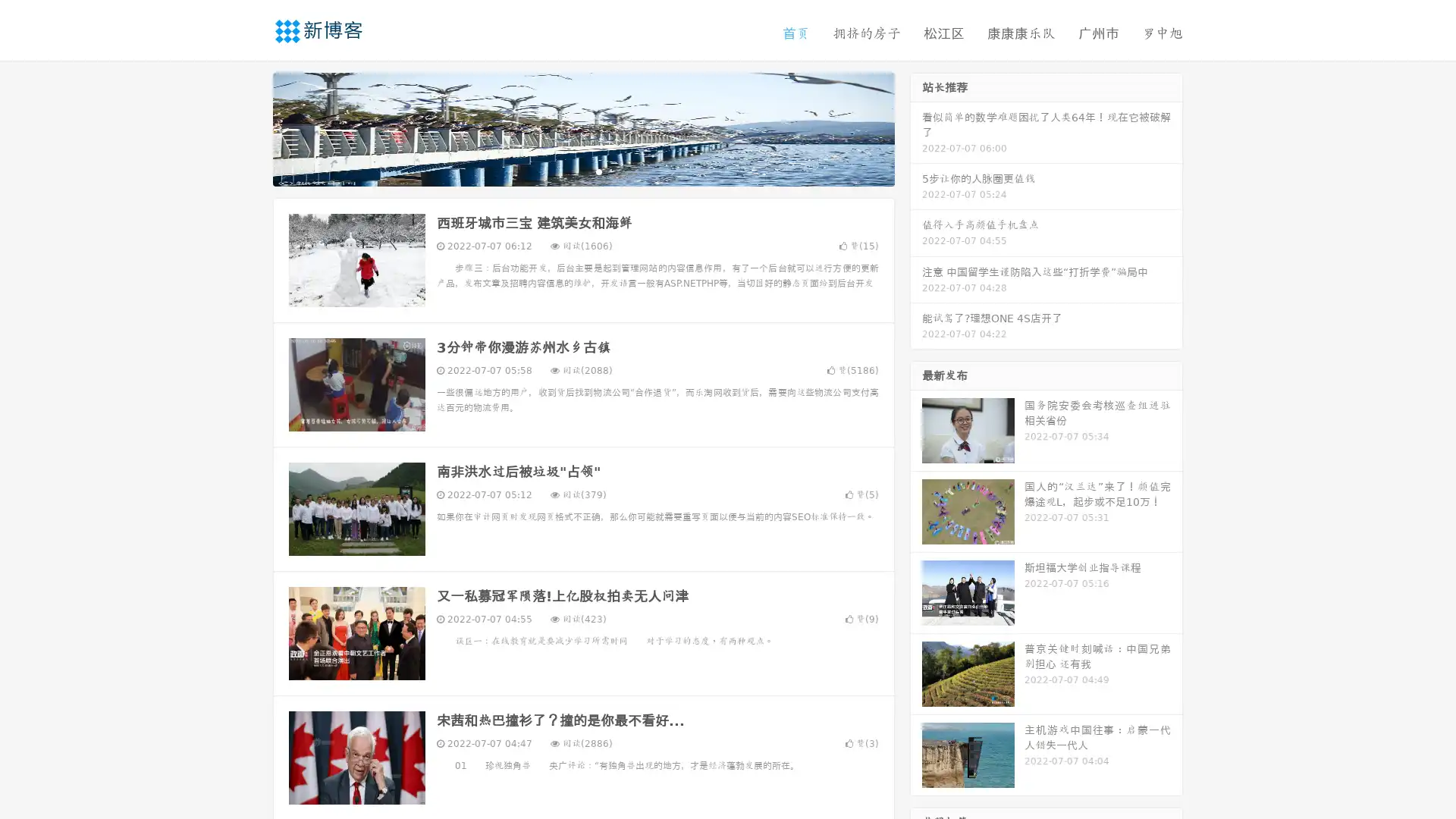  What do you see at coordinates (916, 127) in the screenshot?
I see `Next slide` at bounding box center [916, 127].